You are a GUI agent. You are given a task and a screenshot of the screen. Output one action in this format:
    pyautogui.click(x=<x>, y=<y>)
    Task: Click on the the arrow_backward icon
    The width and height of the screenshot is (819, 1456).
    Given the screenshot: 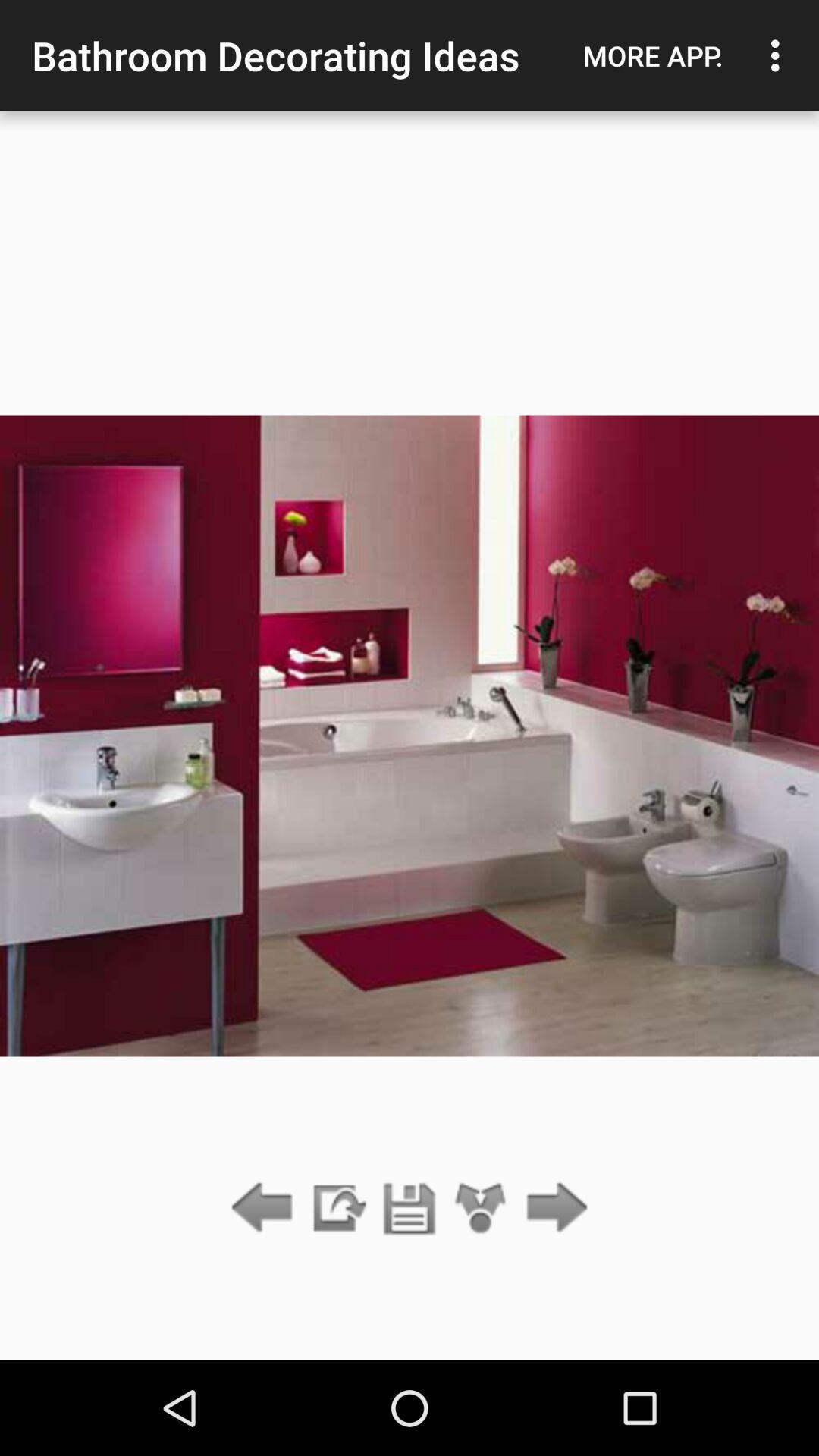 What is the action you would take?
    pyautogui.click(x=265, y=1208)
    